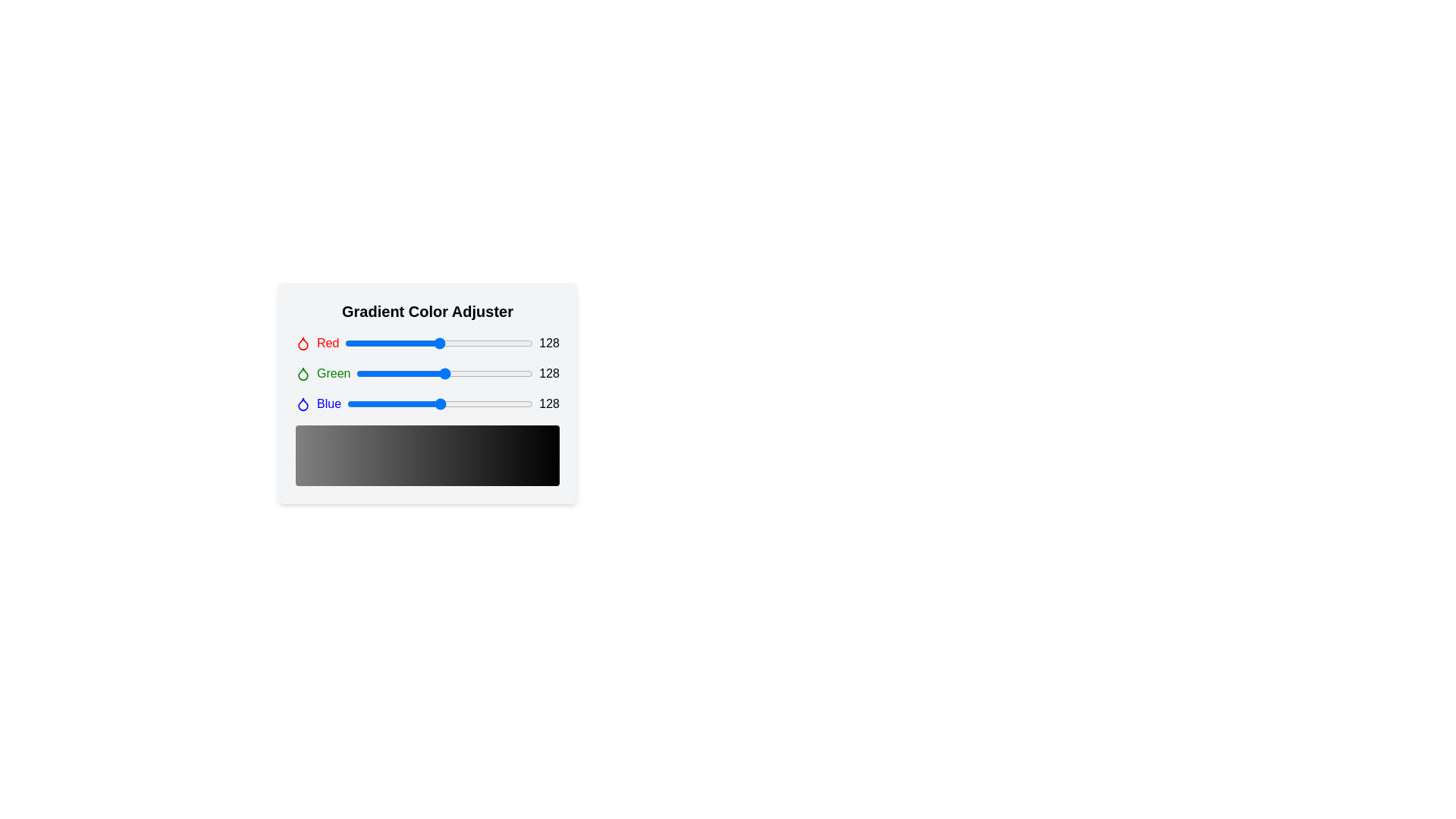 This screenshot has height=819, width=1456. Describe the element at coordinates (379, 343) in the screenshot. I see `the red color slider to 46` at that location.